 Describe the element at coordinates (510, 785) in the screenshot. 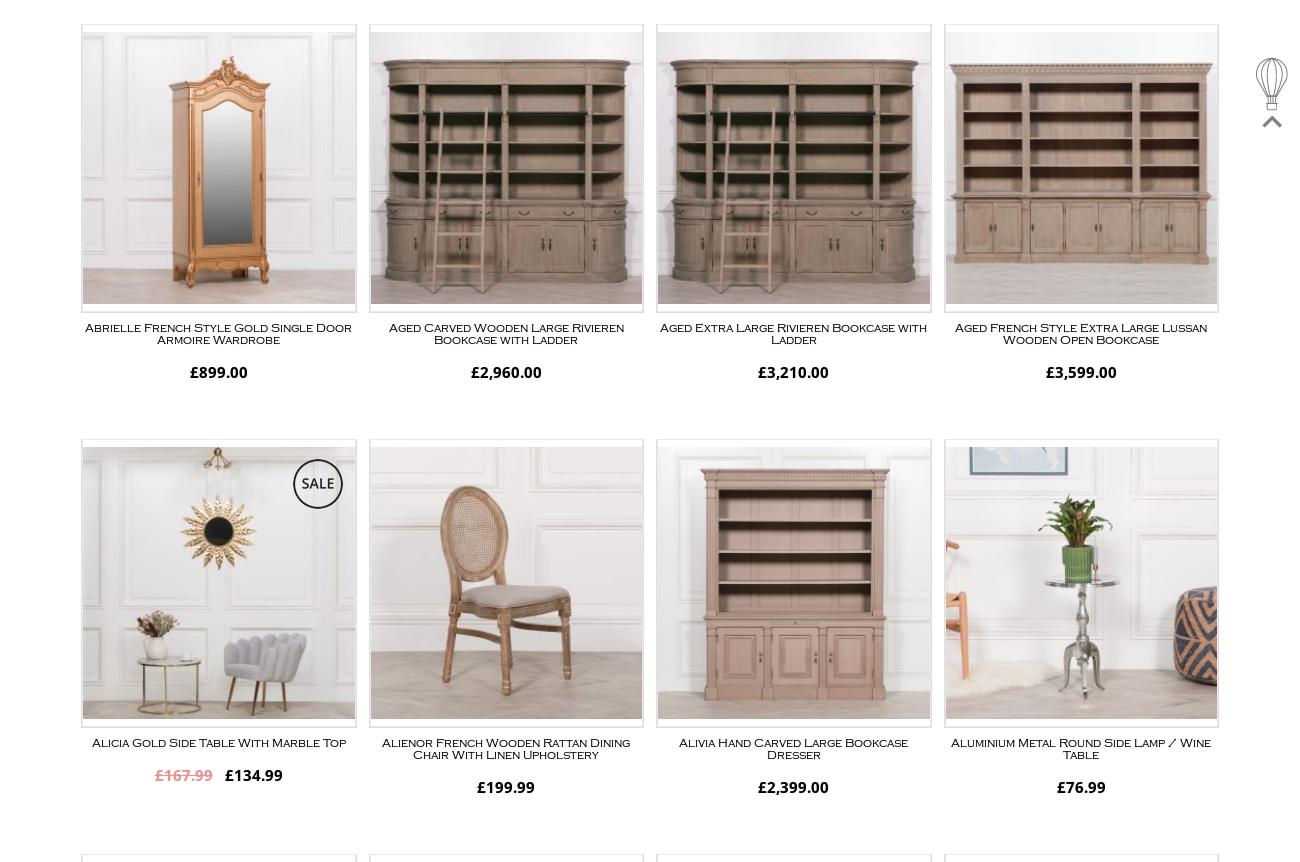

I see `'199.99'` at that location.